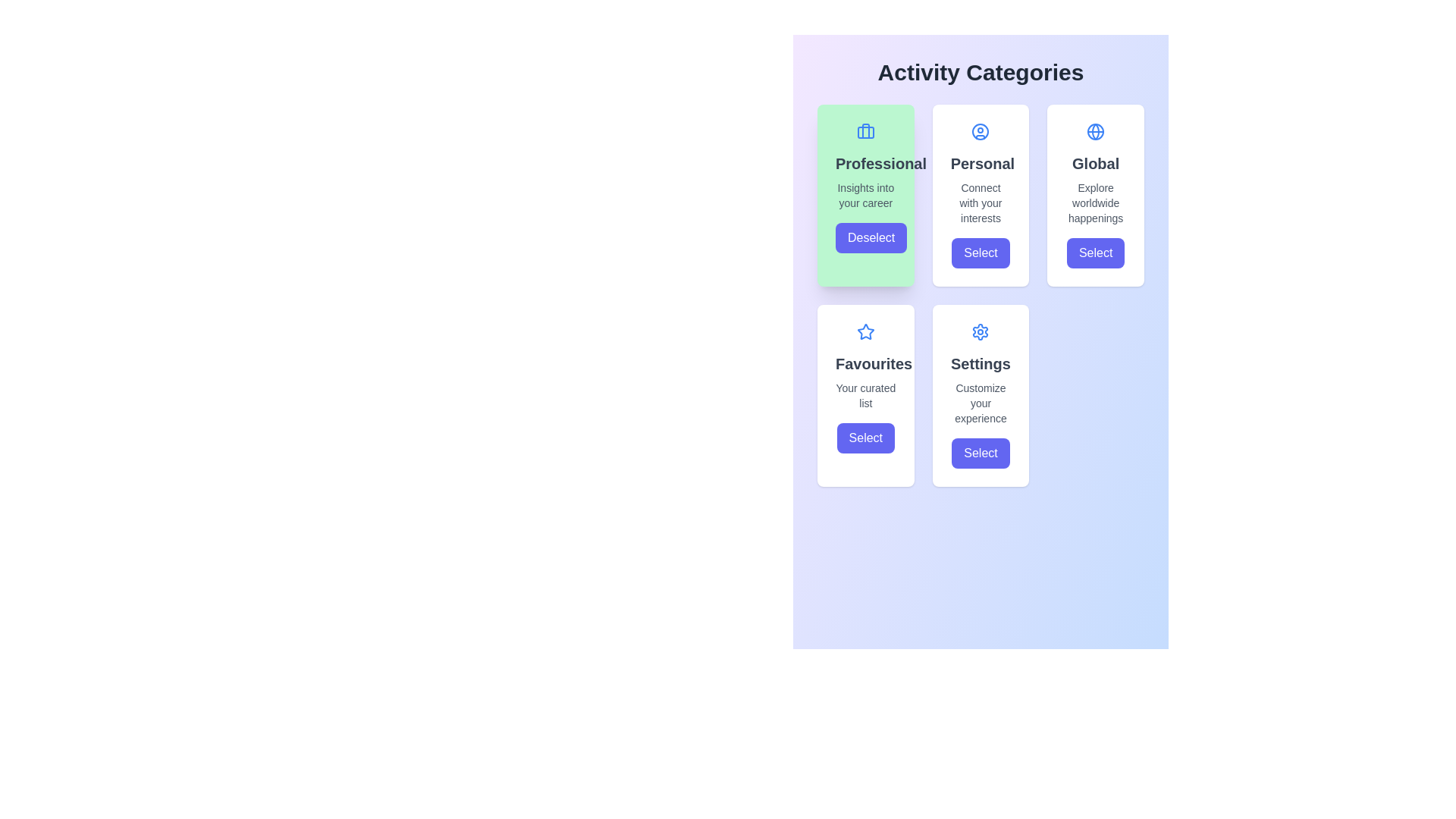 Image resolution: width=1456 pixels, height=819 pixels. Describe the element at coordinates (981, 164) in the screenshot. I see `the bold, center-aligned text element that reads 'Personal', located within a card in the second column of the first row of a grid layout` at that location.